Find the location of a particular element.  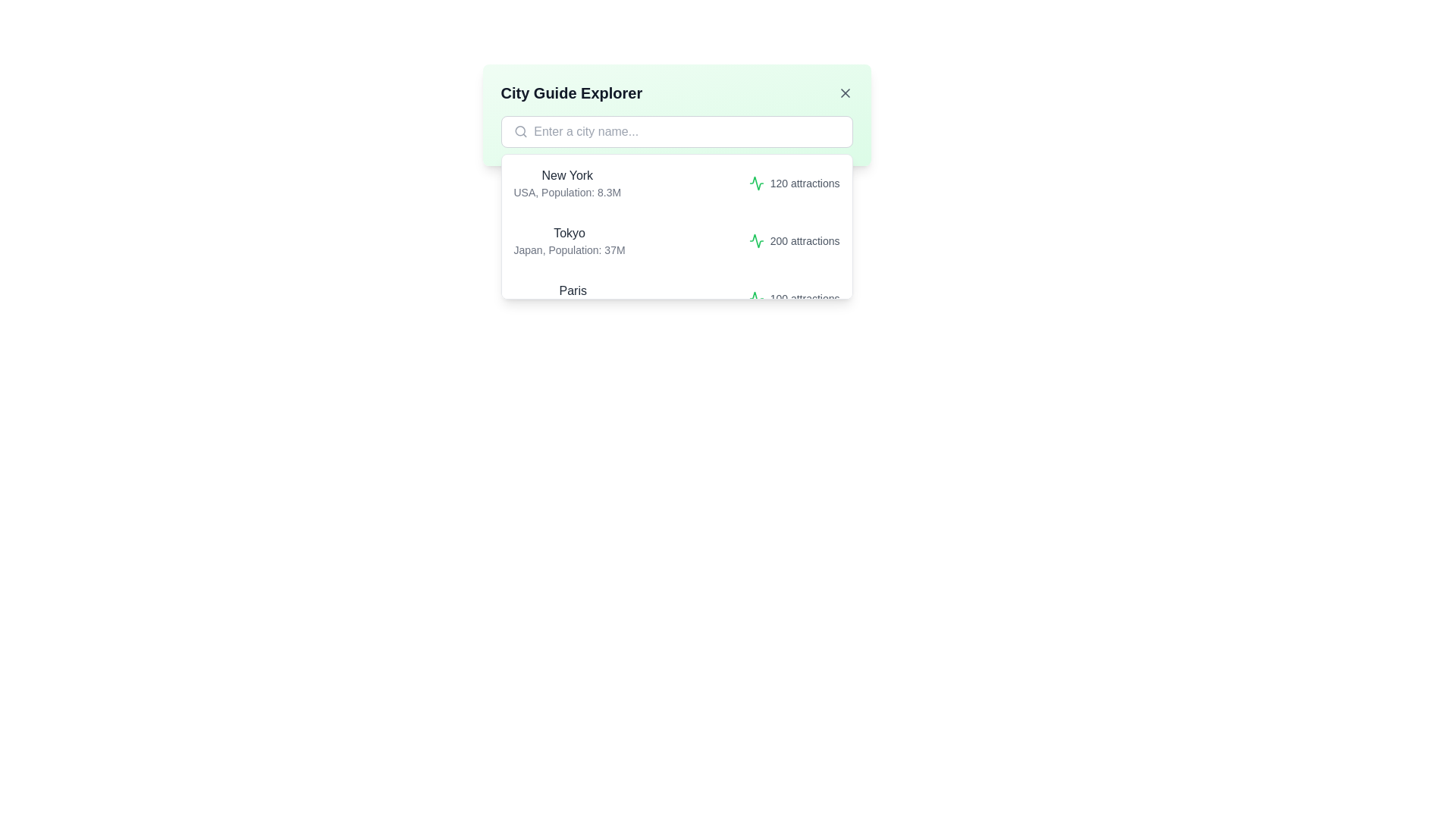

the text display component showing 'New York' and 'USA, Population: 8.3M' in the dropdown below the 'City Guide Explorer' search bar is located at coordinates (566, 183).